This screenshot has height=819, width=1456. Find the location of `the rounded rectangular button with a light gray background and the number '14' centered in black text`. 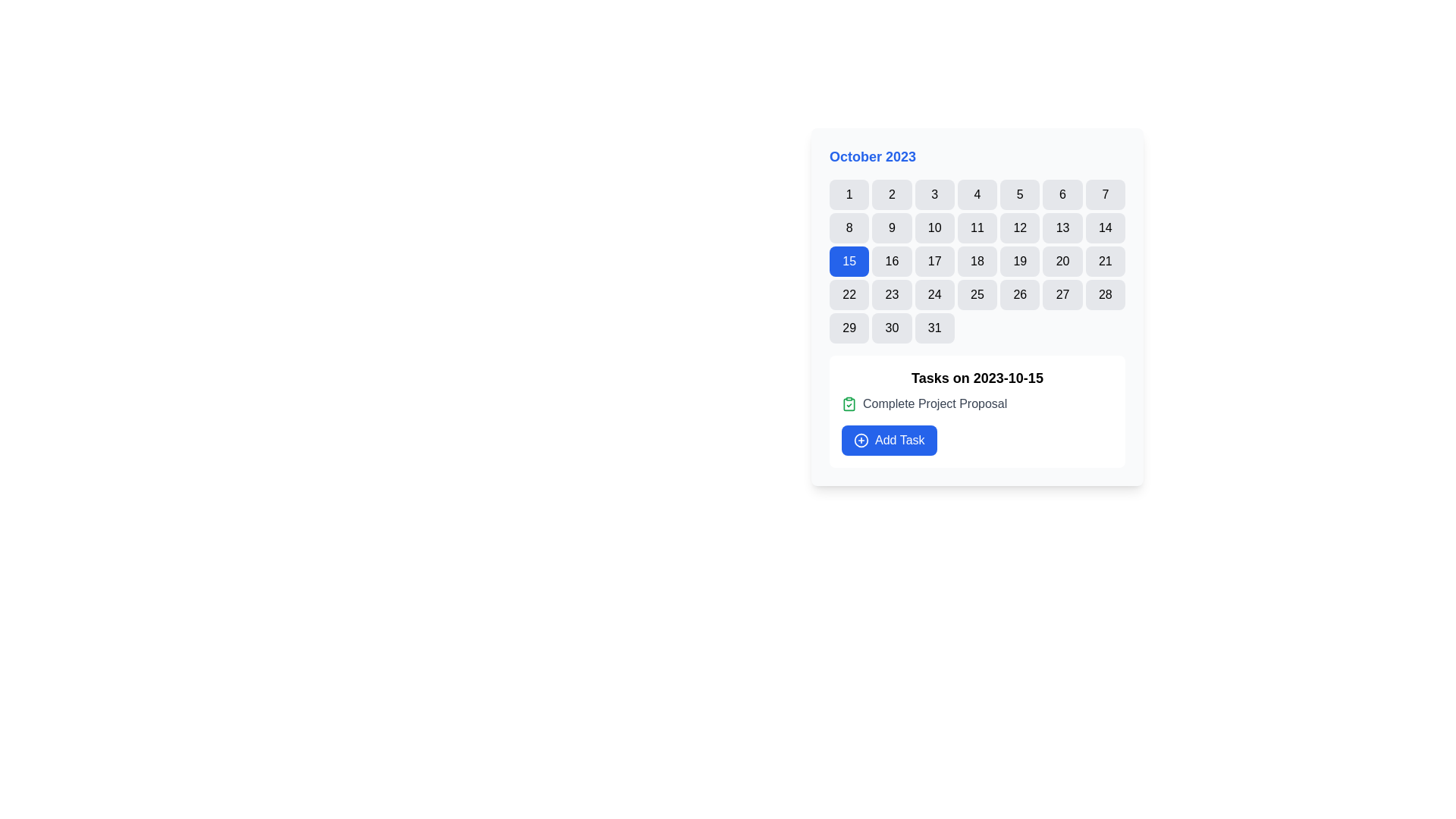

the rounded rectangular button with a light gray background and the number '14' centered in black text is located at coordinates (1105, 227).